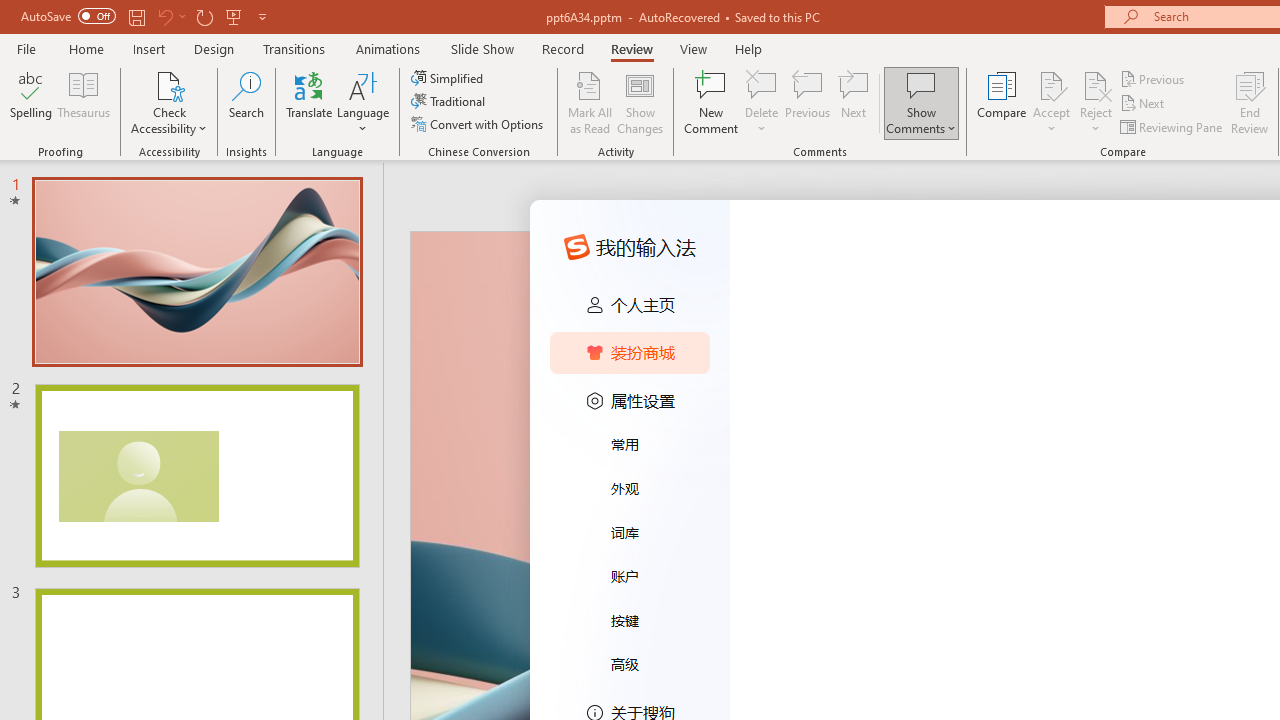 The height and width of the screenshot is (720, 1280). I want to click on 'Reject', so click(1095, 103).